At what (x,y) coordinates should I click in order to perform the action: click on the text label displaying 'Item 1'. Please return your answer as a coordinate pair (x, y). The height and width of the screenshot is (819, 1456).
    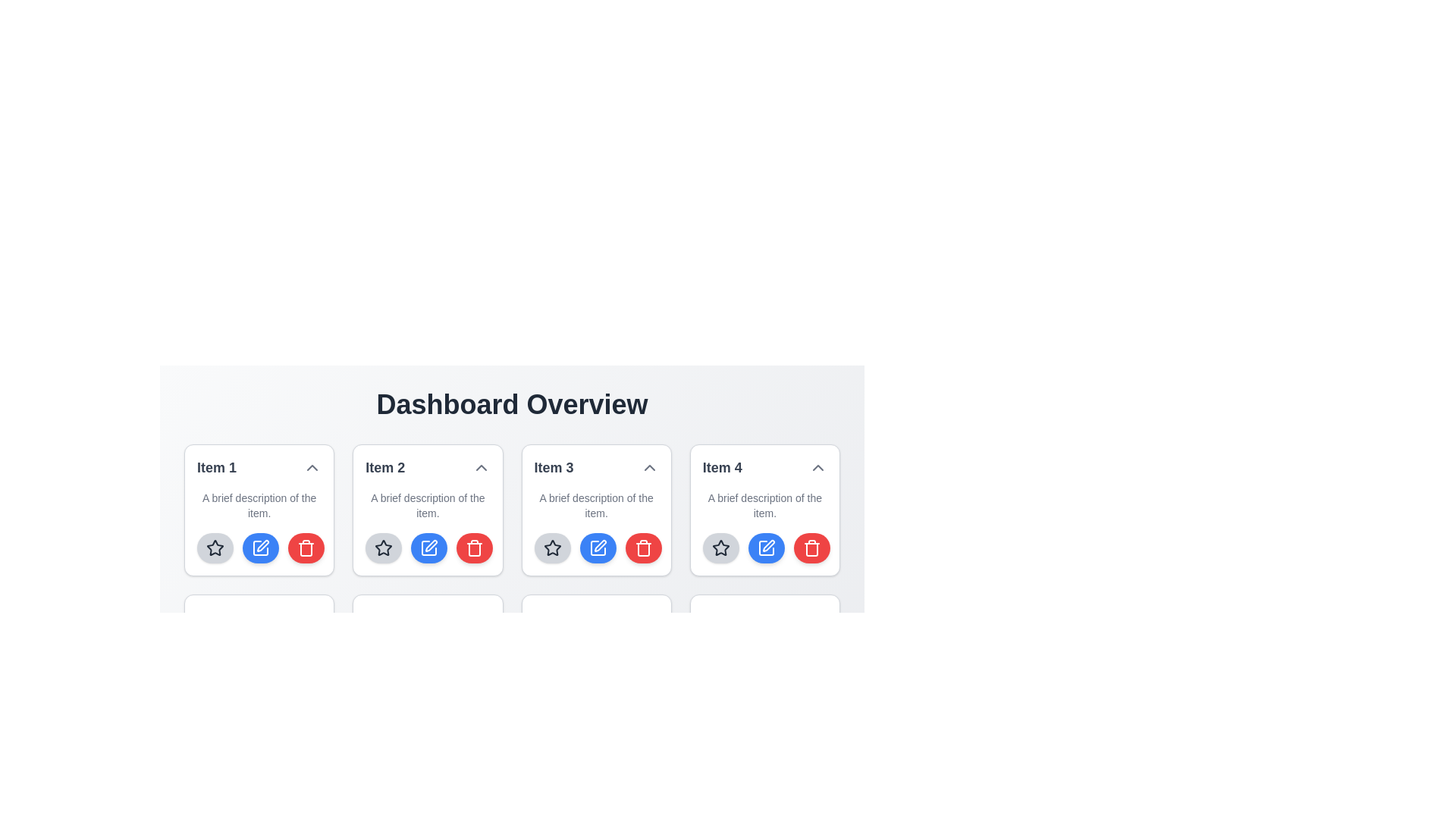
    Looking at the image, I should click on (216, 467).